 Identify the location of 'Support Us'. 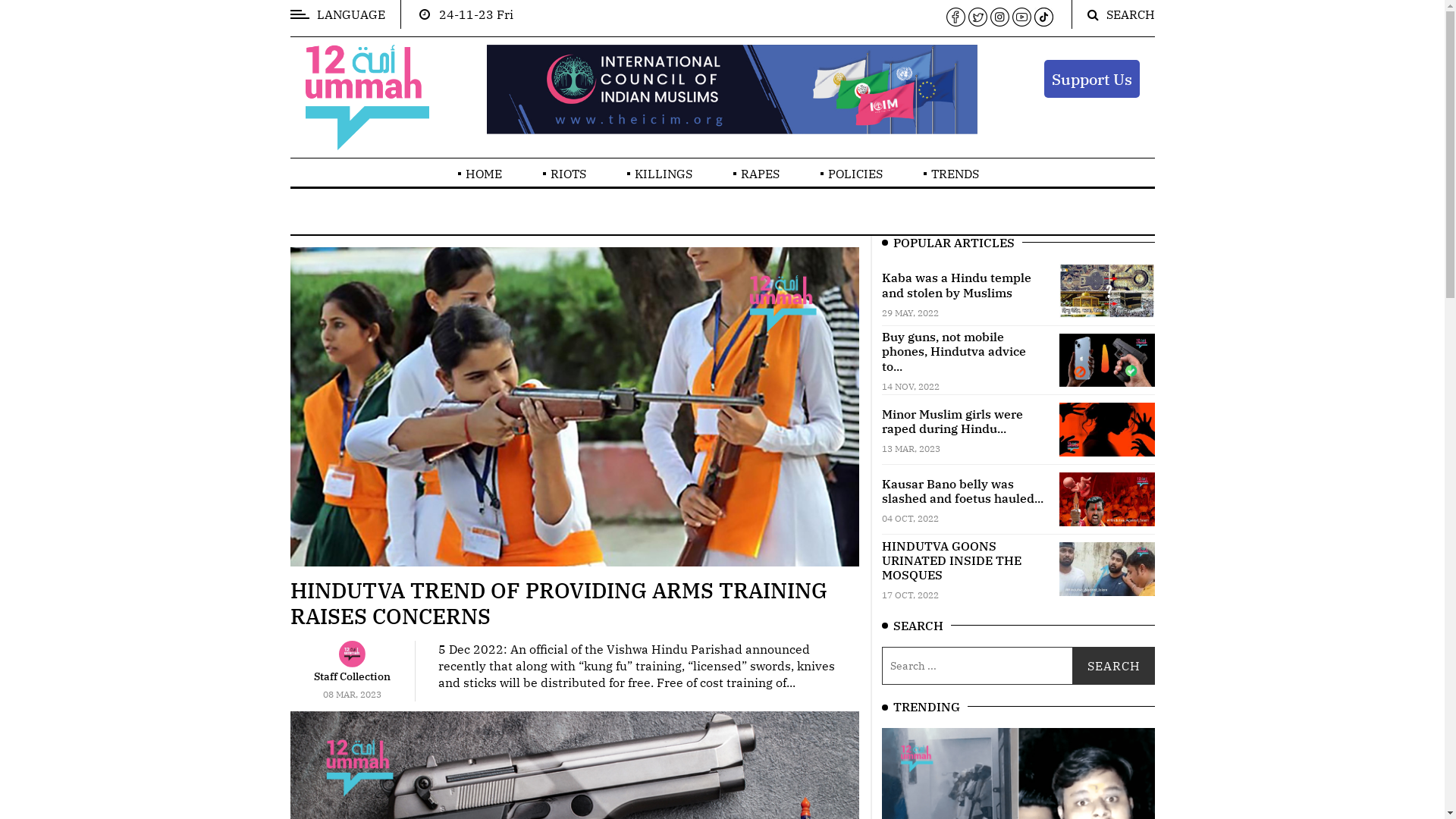
(1090, 79).